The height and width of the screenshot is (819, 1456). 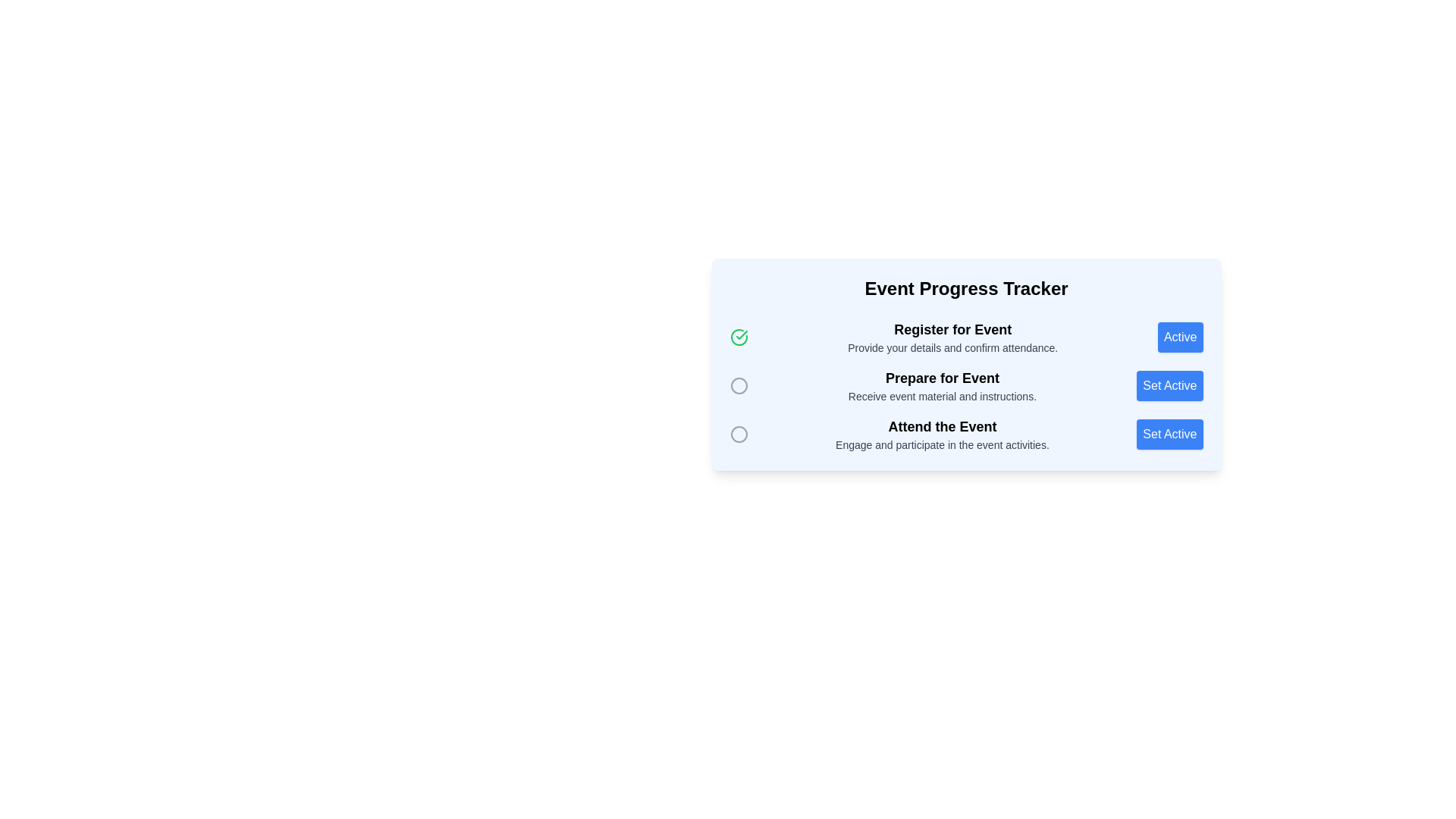 What do you see at coordinates (942, 435) in the screenshot?
I see `the Text Label element displaying 'Attend the Event' and 'Engage and participate in the event activities', which is the third entry in the event progress tracker` at bounding box center [942, 435].